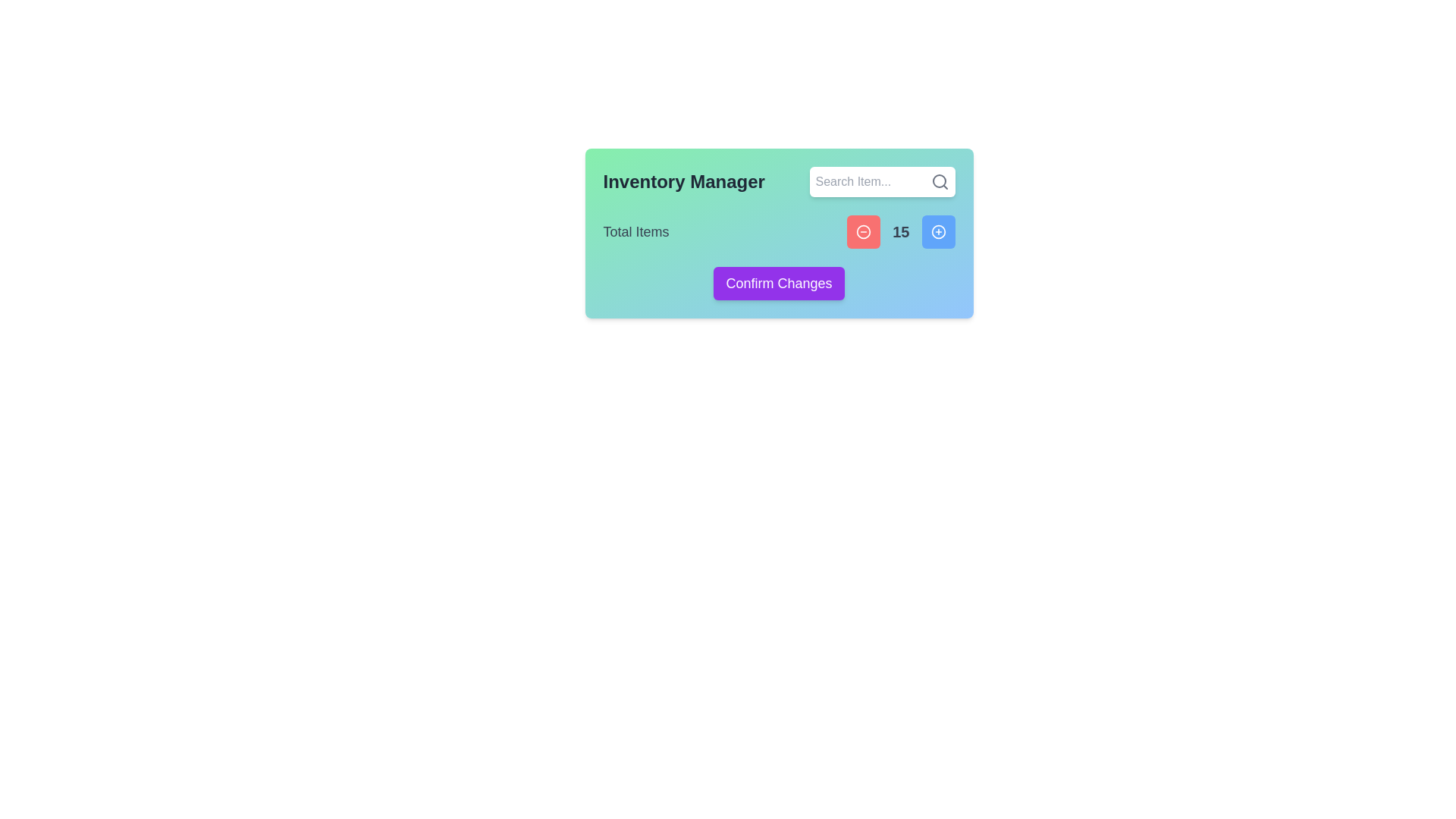  What do you see at coordinates (937, 231) in the screenshot?
I see `the blue circular button located to the right of the number '15'` at bounding box center [937, 231].